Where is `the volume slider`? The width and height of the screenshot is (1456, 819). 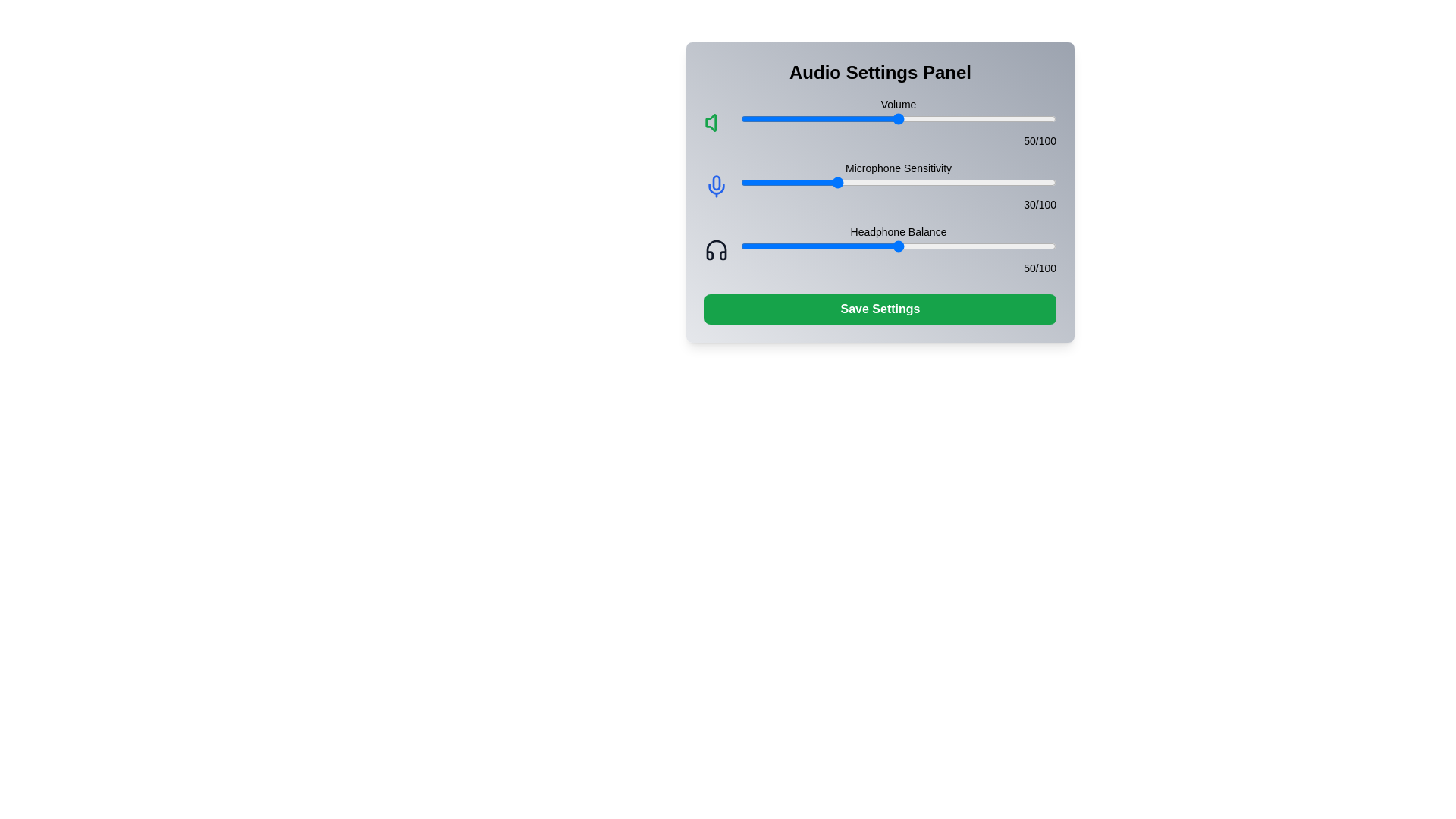
the volume slider is located at coordinates (929, 118).